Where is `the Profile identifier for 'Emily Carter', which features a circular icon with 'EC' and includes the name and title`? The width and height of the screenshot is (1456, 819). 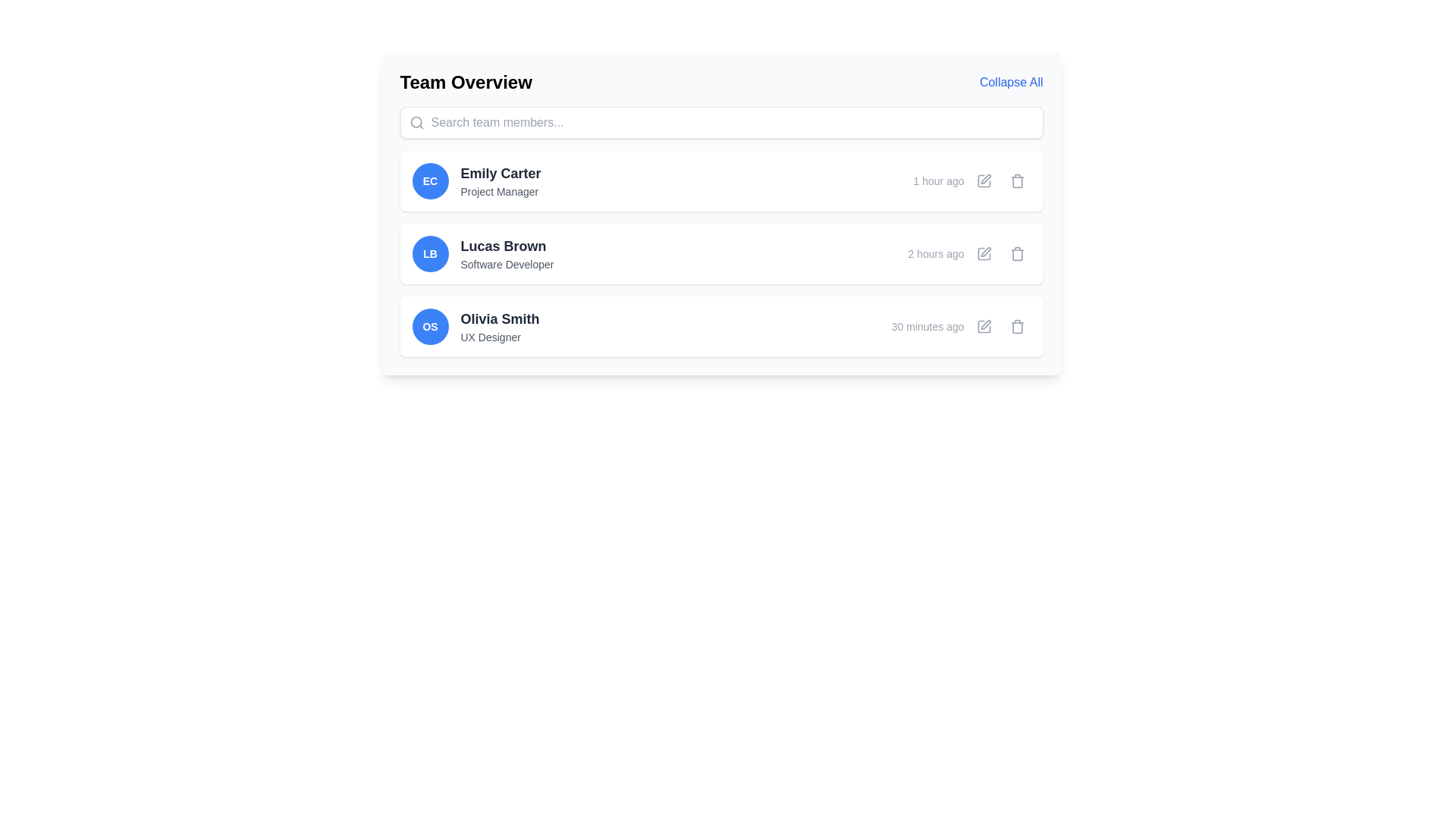
the Profile identifier for 'Emily Carter', which features a circular icon with 'EC' and includes the name and title is located at coordinates (475, 180).